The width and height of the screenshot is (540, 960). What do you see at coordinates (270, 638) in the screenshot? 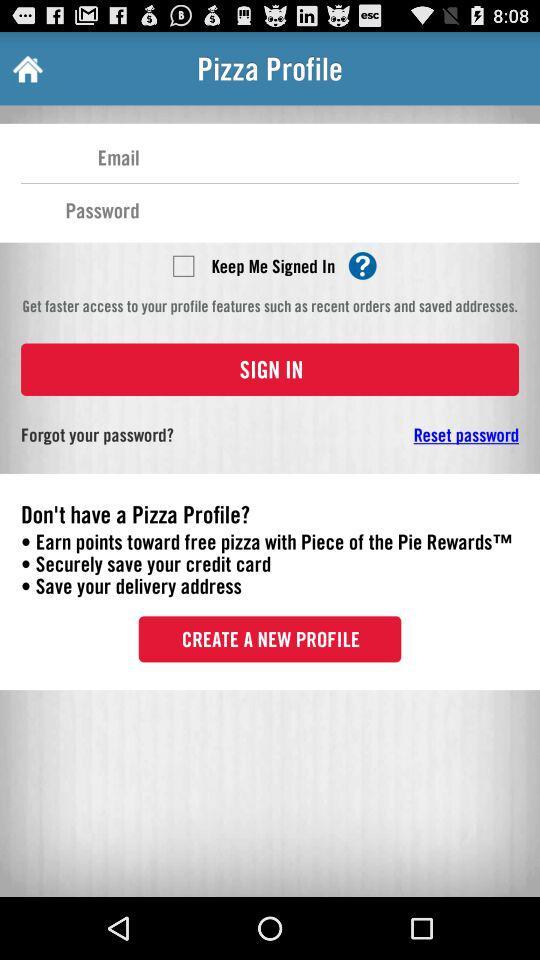
I see `create a new item` at bounding box center [270, 638].